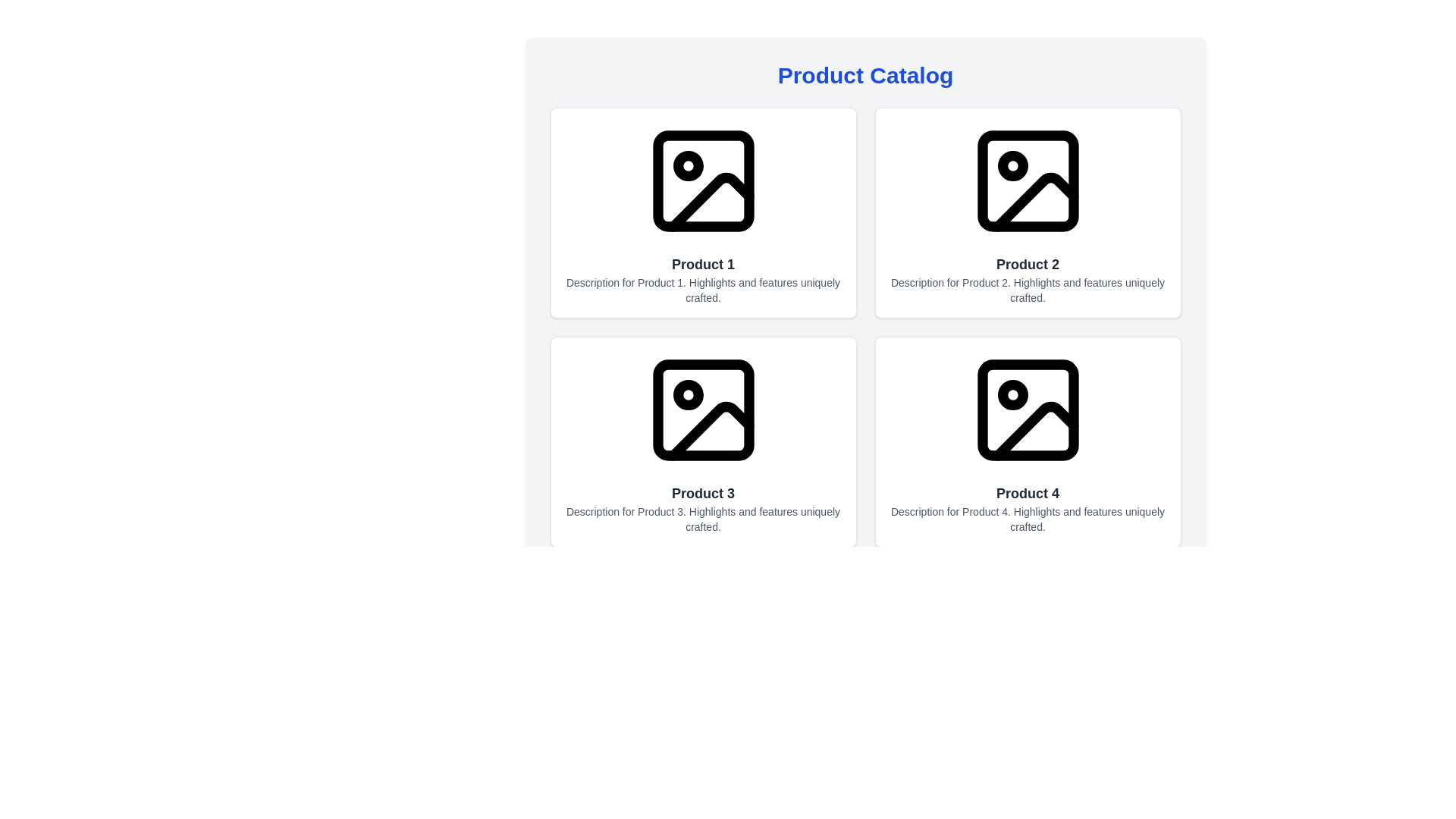 The height and width of the screenshot is (819, 1456). Describe the element at coordinates (687, 166) in the screenshot. I see `the style of the circular graphical element located in the upper left corner of the 'Product 1' icon` at that location.